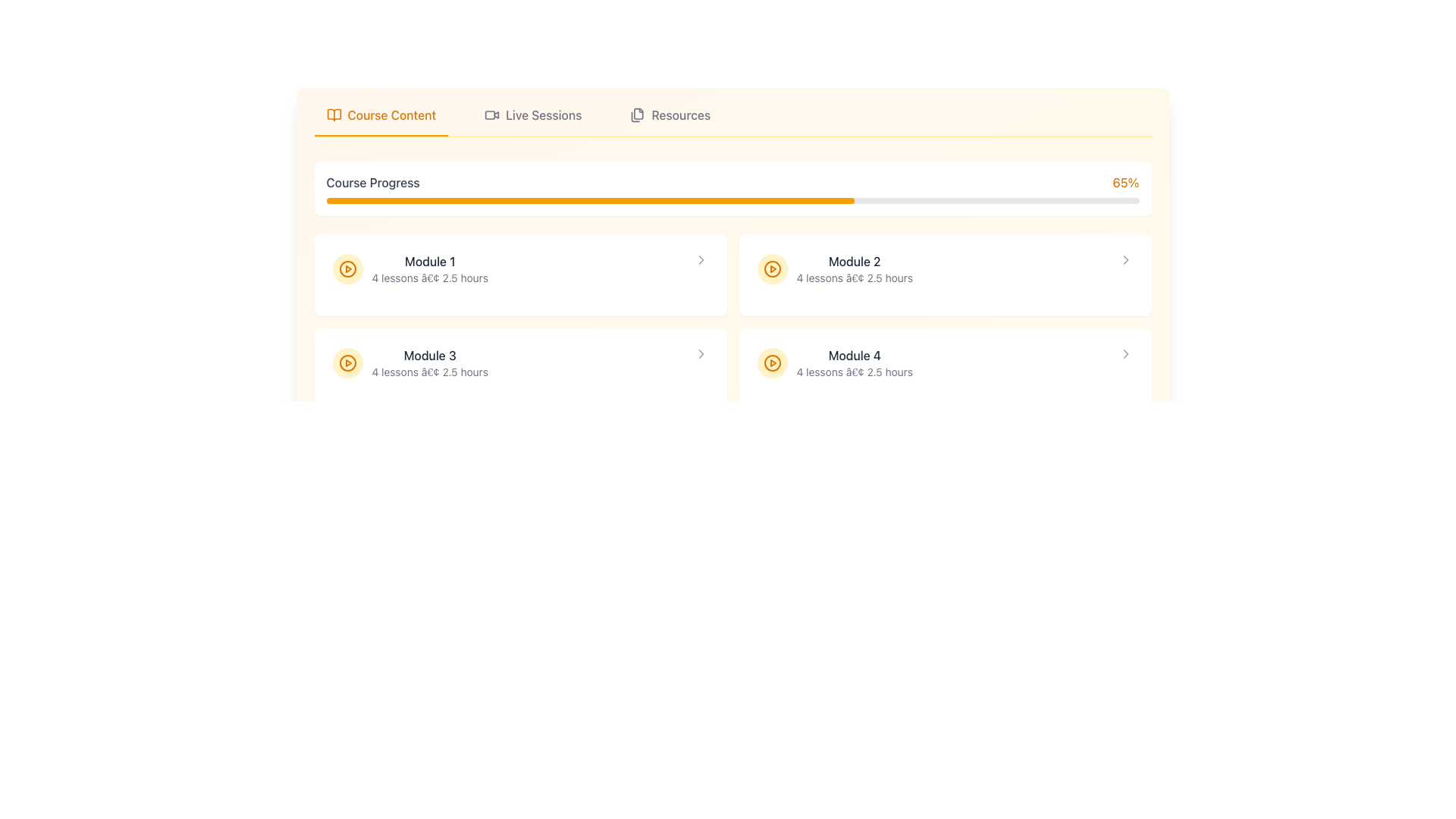  Describe the element at coordinates (347, 268) in the screenshot. I see `the visual representation of the first circular icon located to the left of the text 'Module 1' in the top-left segment of the grid layout of modules` at that location.